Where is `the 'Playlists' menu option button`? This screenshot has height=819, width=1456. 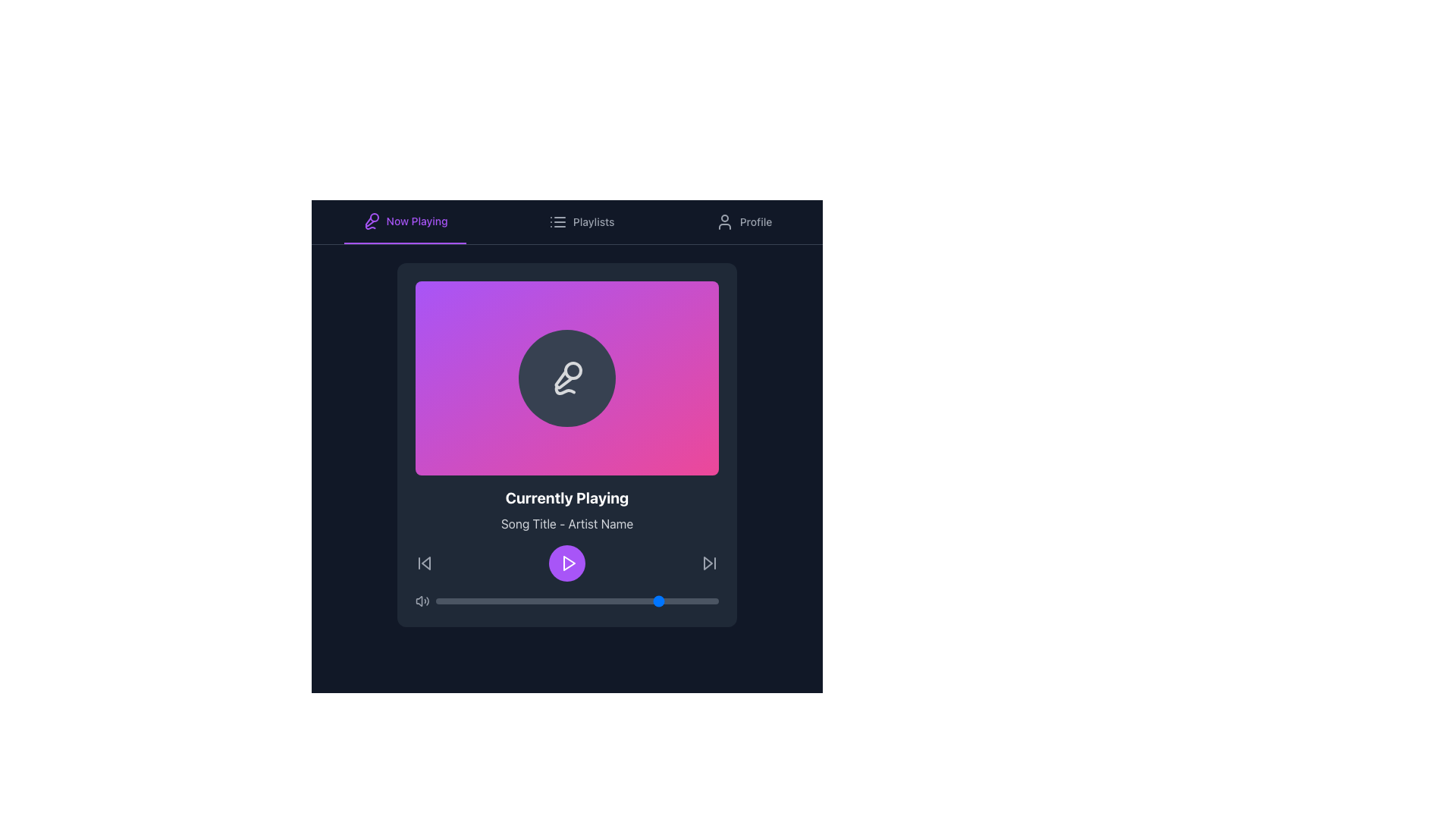 the 'Playlists' menu option button is located at coordinates (581, 222).